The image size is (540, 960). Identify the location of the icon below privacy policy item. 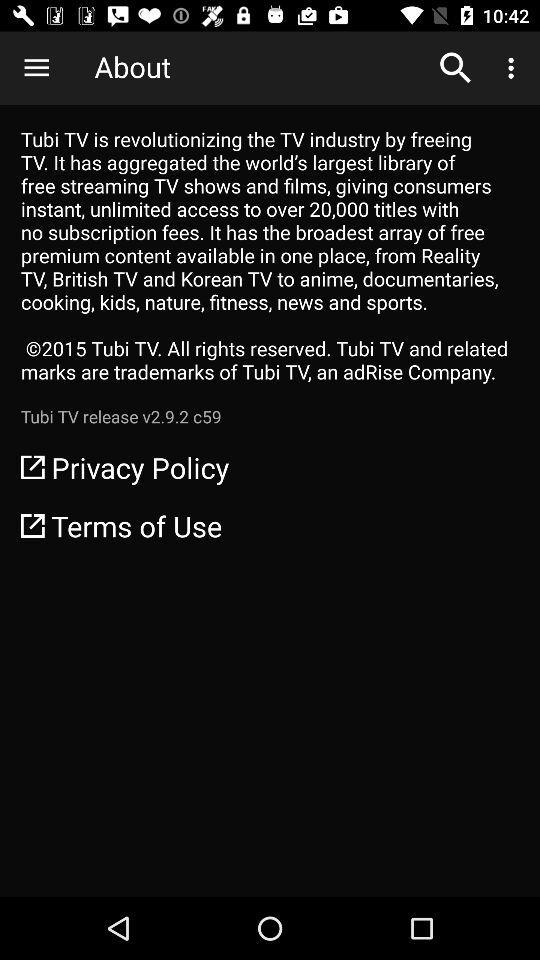
(270, 524).